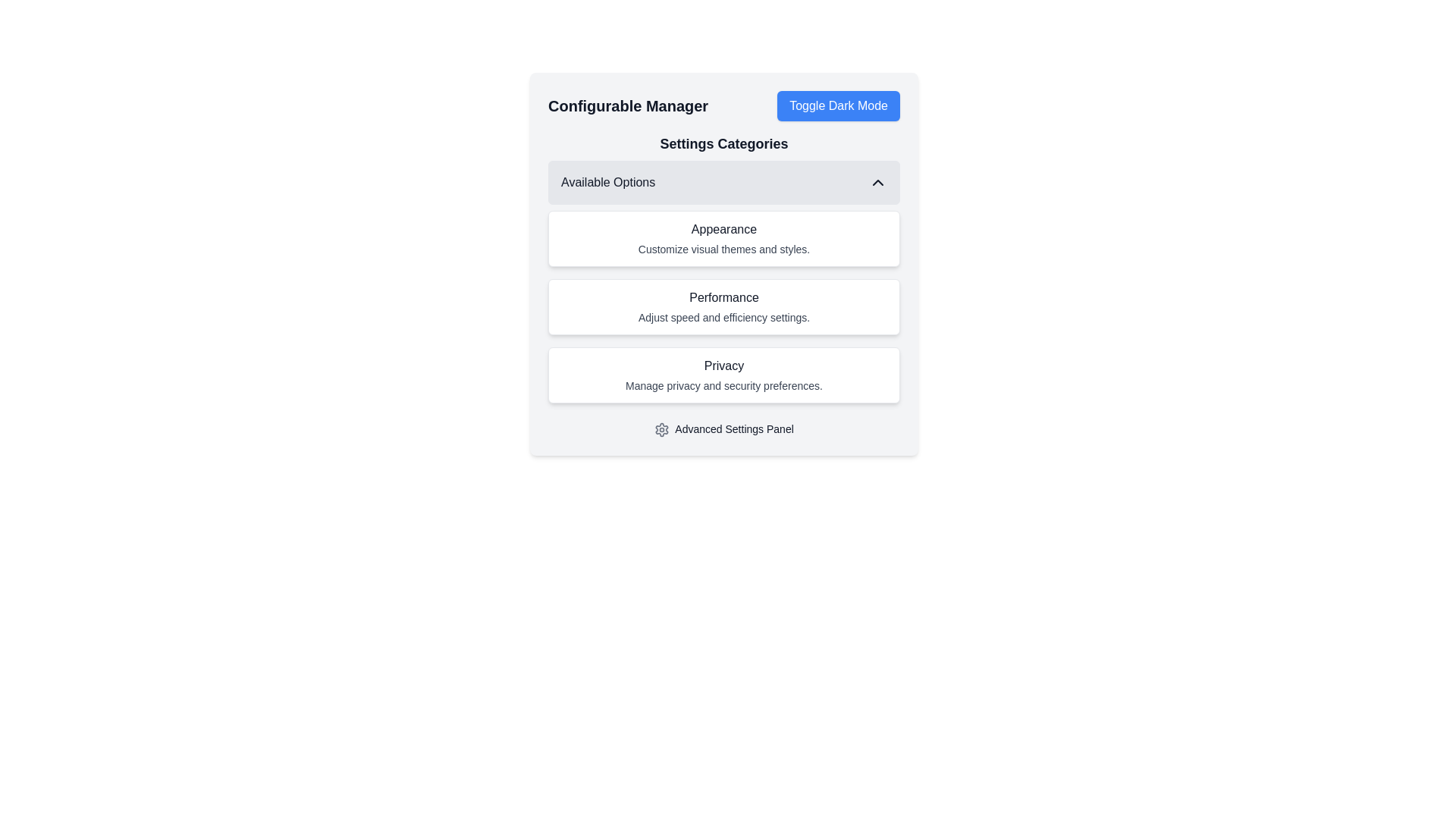 The image size is (1456, 819). Describe the element at coordinates (723, 143) in the screenshot. I see `the text label reading 'Settings Categories' which is styled with a bold font and serves as a heading for the section, positioned below 'Configurable Manager.'` at that location.